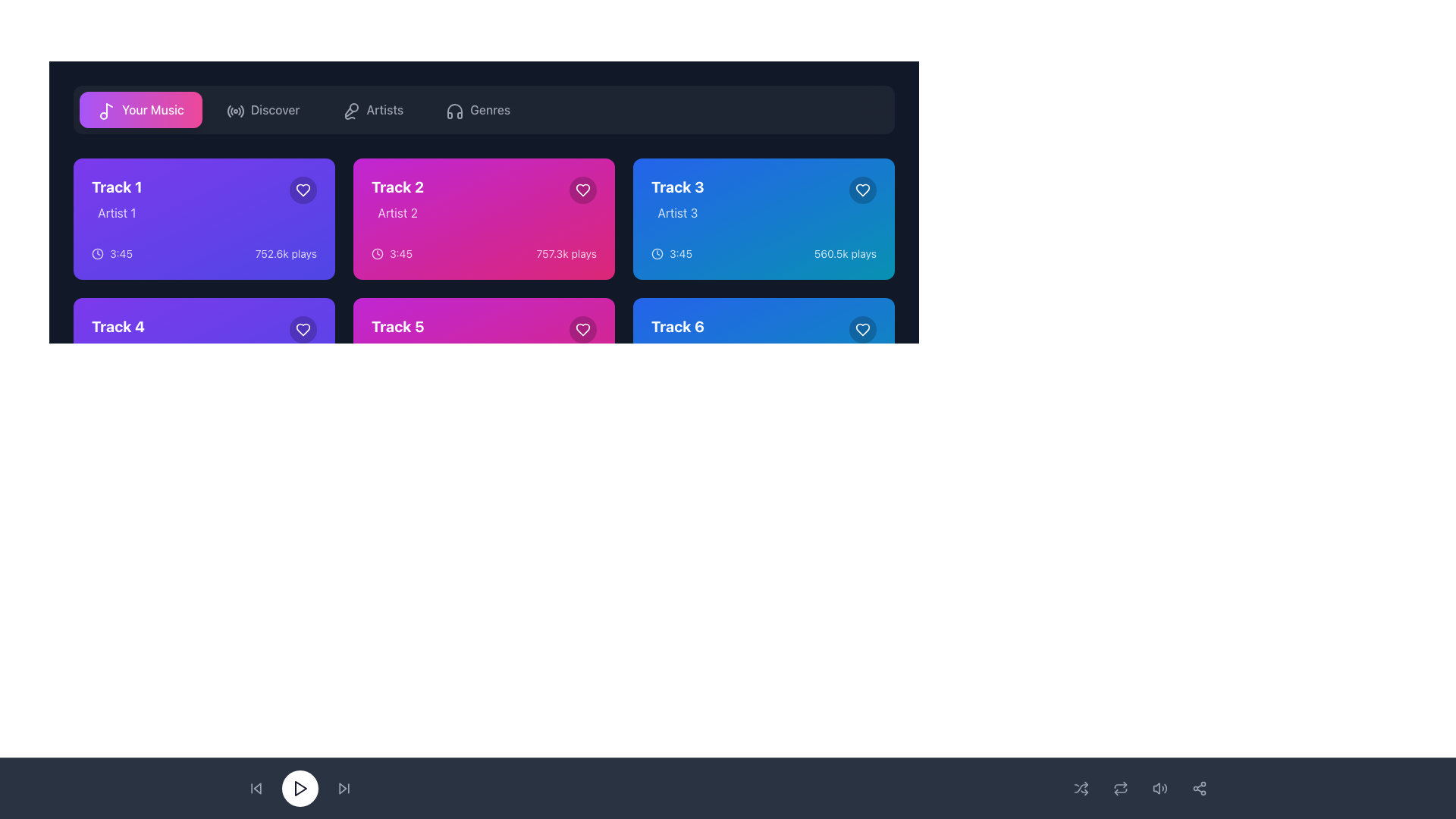 Image resolution: width=1456 pixels, height=819 pixels. Describe the element at coordinates (453, 109) in the screenshot. I see `the small gray headphone icon located in the top navigation bar, positioned beside the text 'Genres'` at that location.